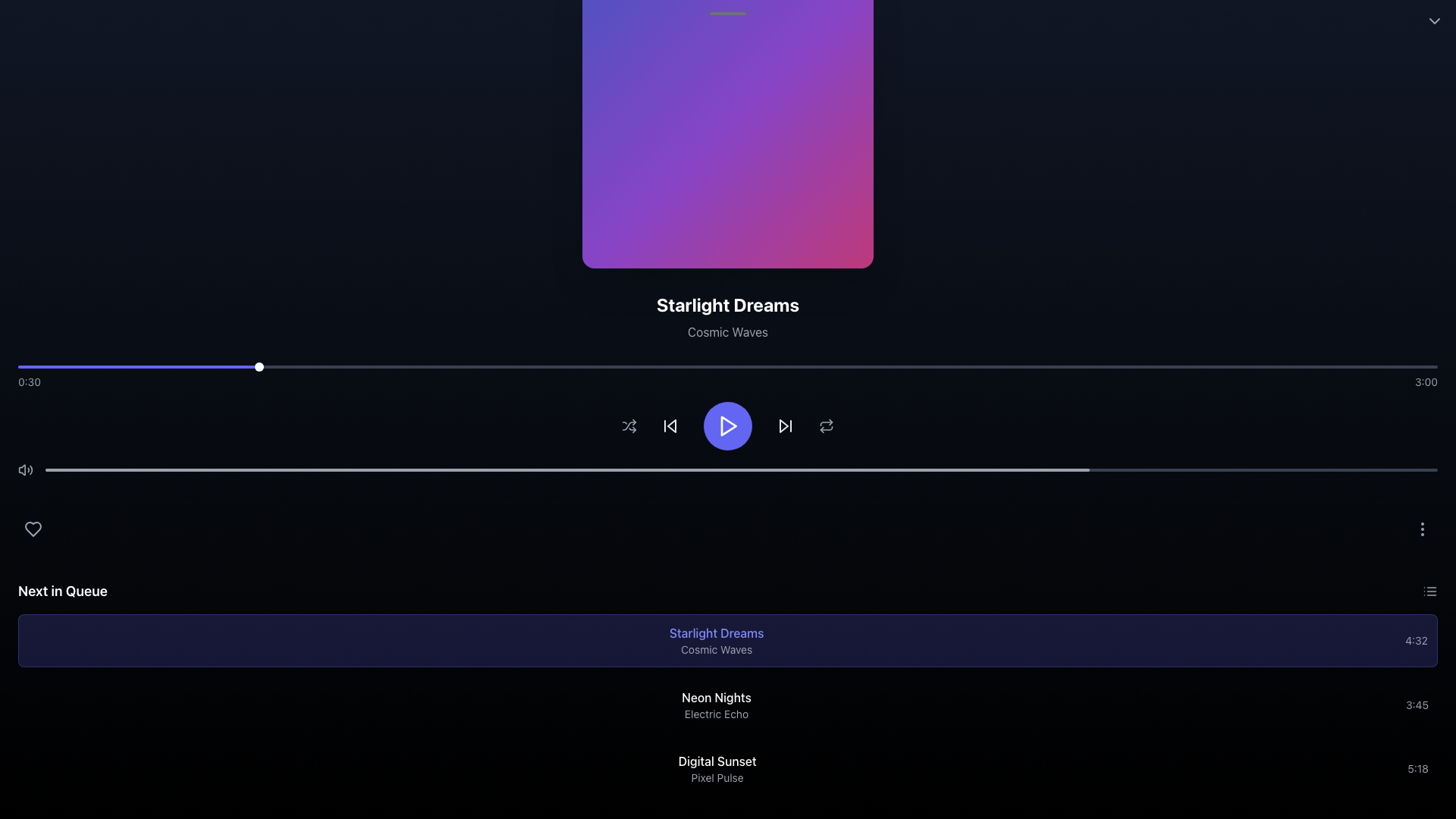  Describe the element at coordinates (33, 529) in the screenshot. I see `the 'like' or 'favorite' button located at the bottom left corner of the interface to favorite the item` at that location.